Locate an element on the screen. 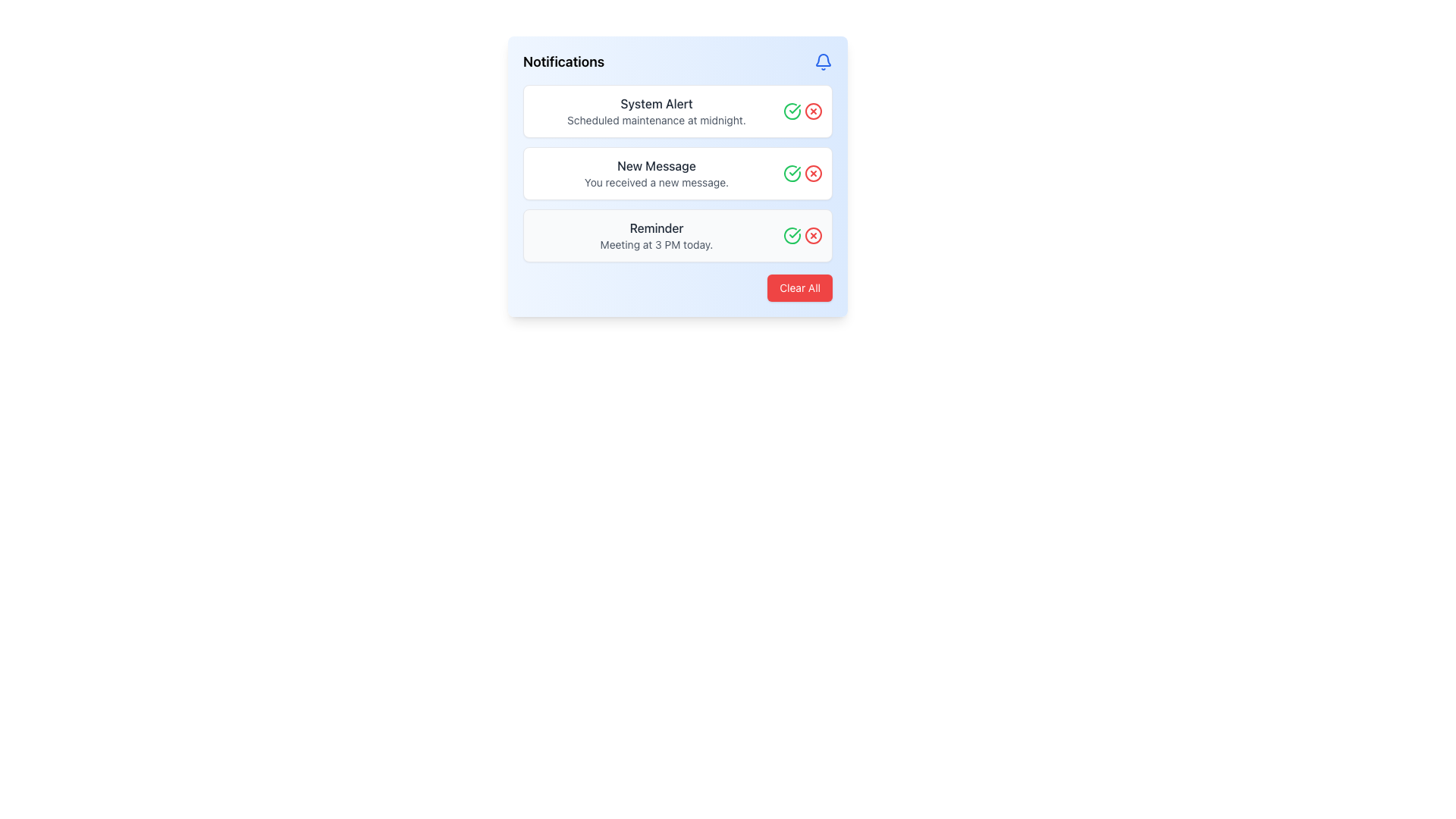 This screenshot has width=1456, height=819. the second notification item in the vertically stacked list, which displays the bold headline 'New Message' and the smaller text 'You received a new message.' is located at coordinates (656, 172).